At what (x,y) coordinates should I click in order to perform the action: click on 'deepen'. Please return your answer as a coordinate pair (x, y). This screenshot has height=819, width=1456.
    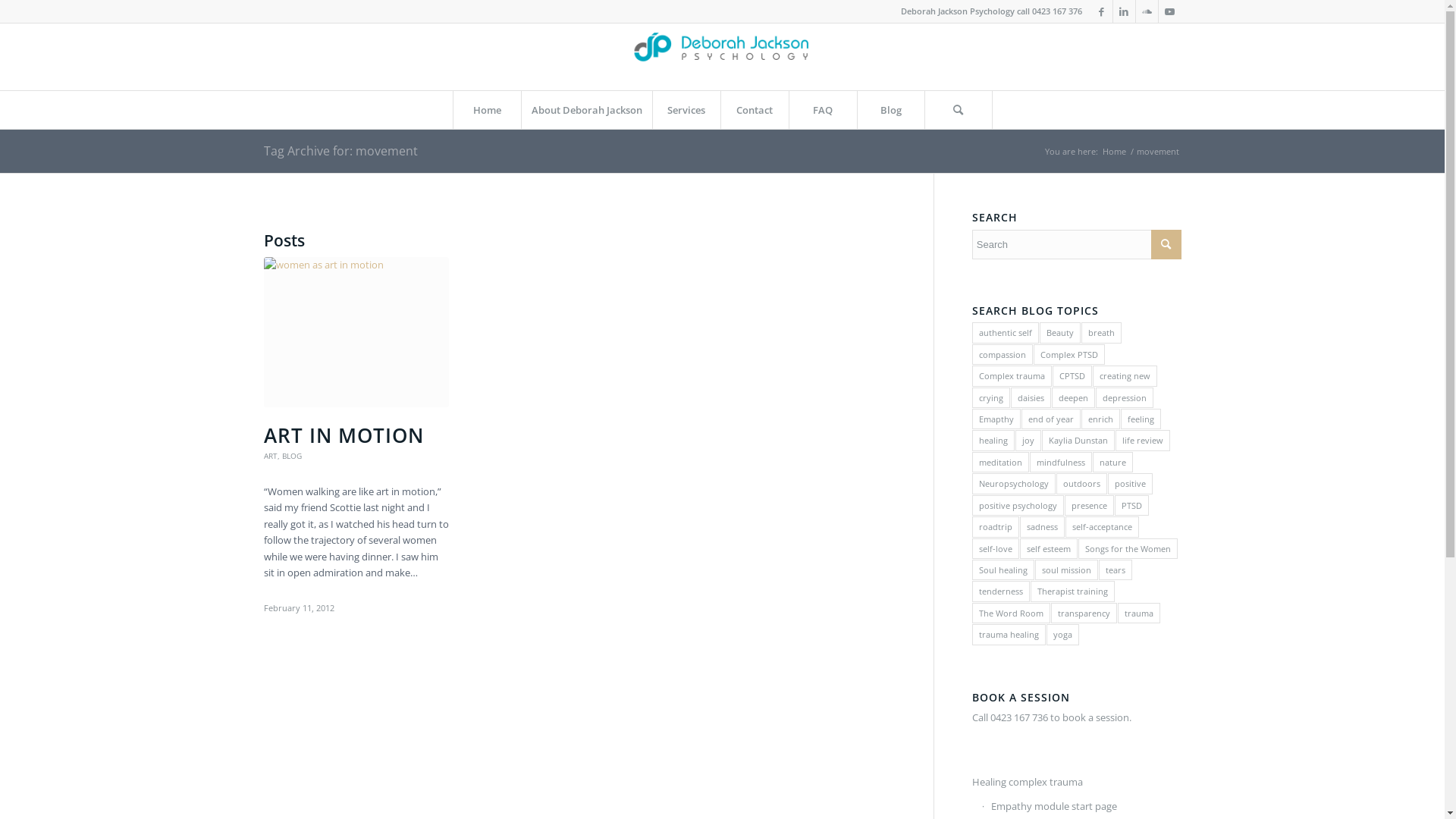
    Looking at the image, I should click on (1051, 397).